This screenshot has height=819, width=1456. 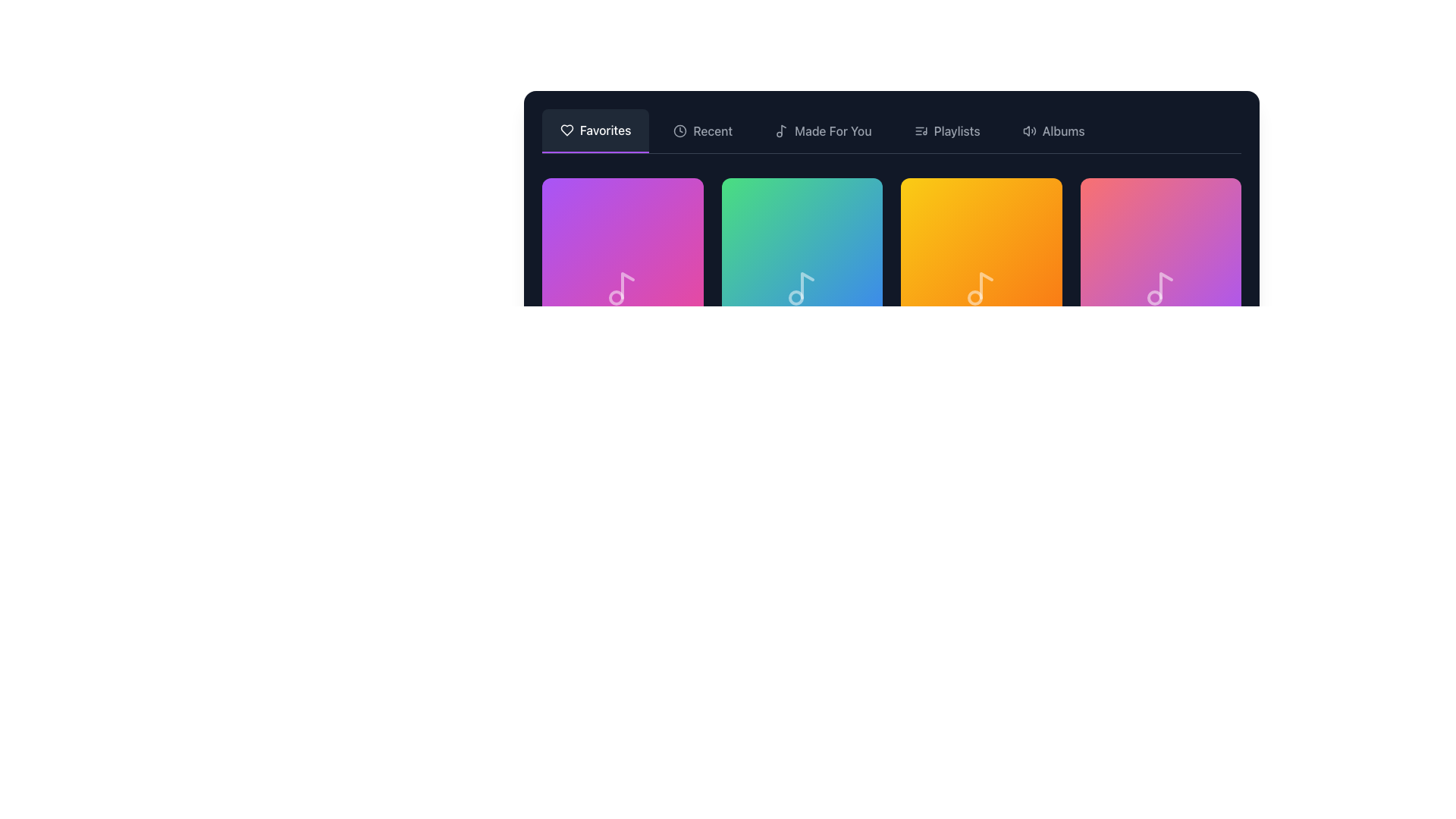 What do you see at coordinates (1032, 292) in the screenshot?
I see `the circular button rendered within the SVG, which is located in the second row and third column of the grid layout with an orange background` at bounding box center [1032, 292].